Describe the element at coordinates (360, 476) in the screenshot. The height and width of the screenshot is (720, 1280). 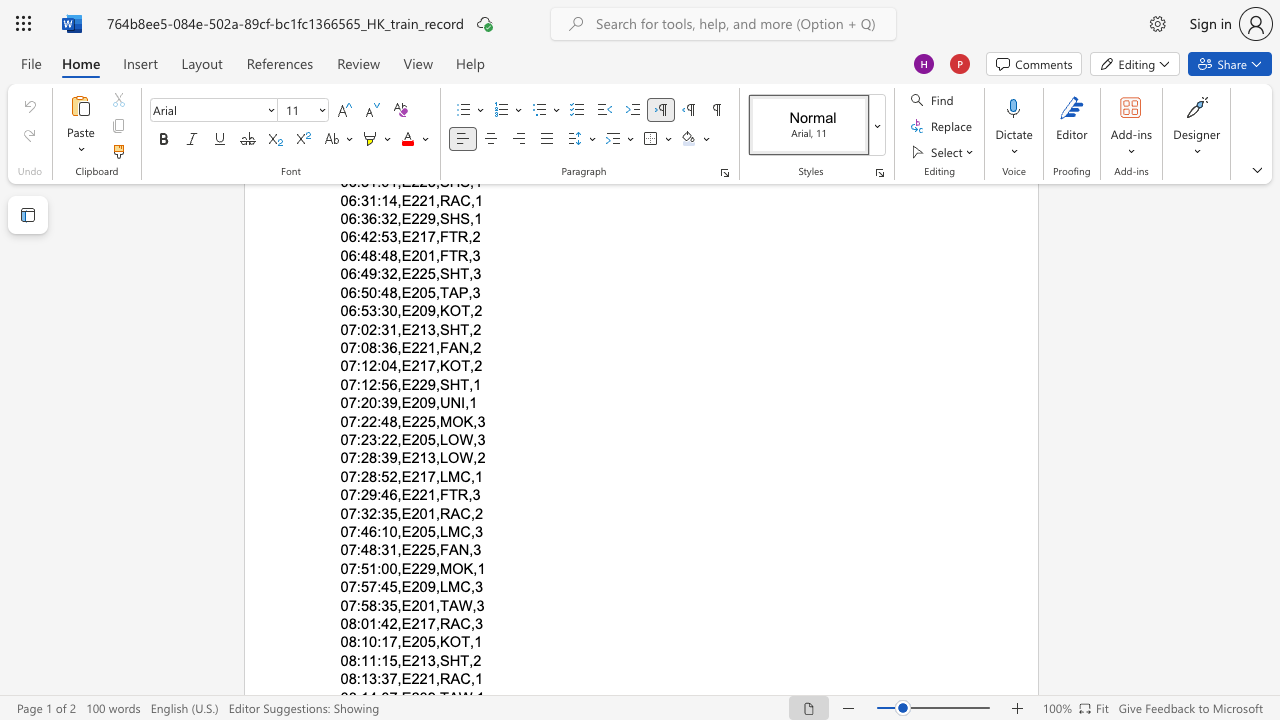
I see `the subset text "28" within the text "07:28:52,E217,LMC,1"` at that location.